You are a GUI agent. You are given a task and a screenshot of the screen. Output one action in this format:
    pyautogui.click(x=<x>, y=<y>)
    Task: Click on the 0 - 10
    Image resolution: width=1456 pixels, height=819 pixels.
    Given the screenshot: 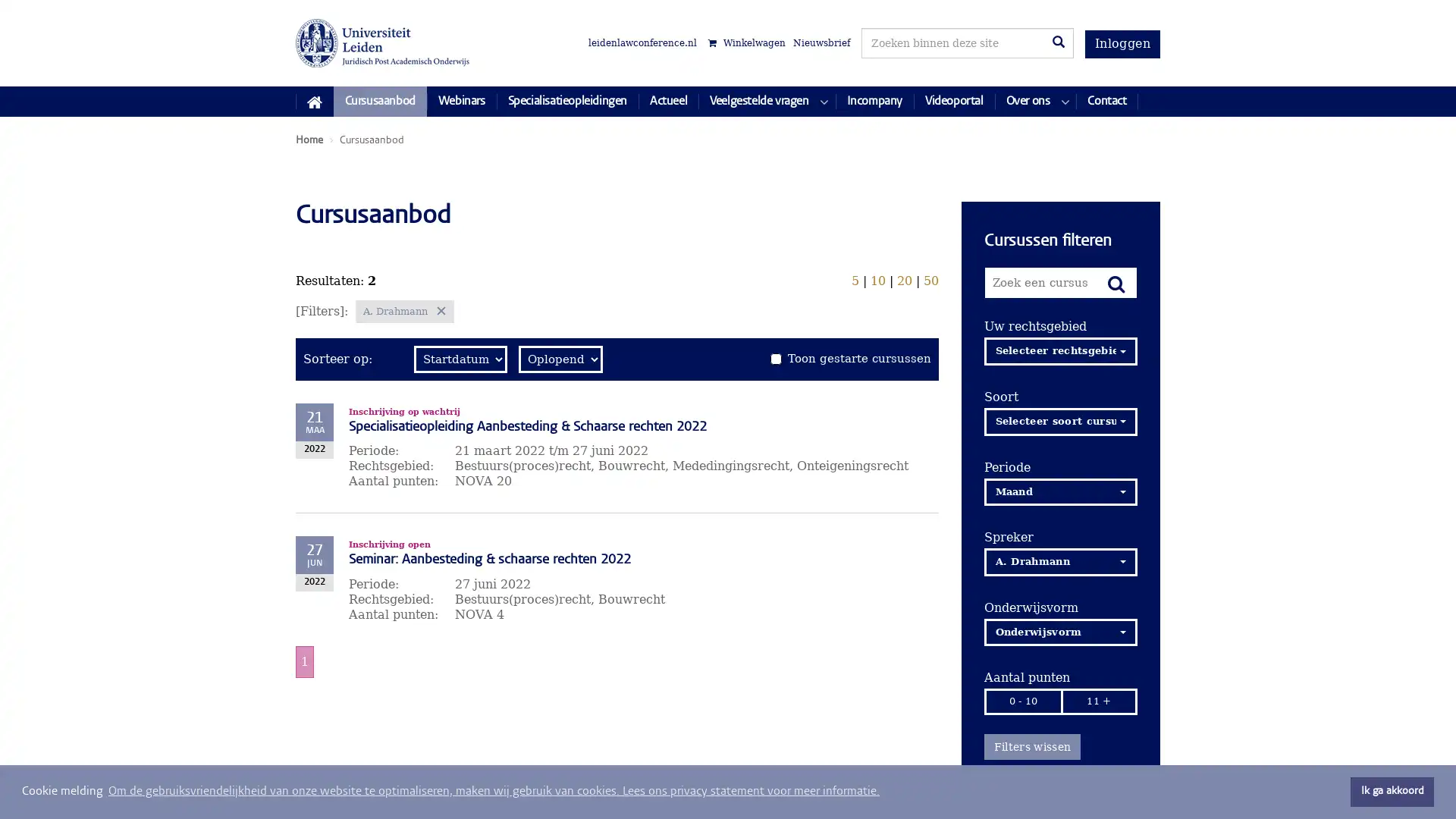 What is the action you would take?
    pyautogui.click(x=1022, y=701)
    